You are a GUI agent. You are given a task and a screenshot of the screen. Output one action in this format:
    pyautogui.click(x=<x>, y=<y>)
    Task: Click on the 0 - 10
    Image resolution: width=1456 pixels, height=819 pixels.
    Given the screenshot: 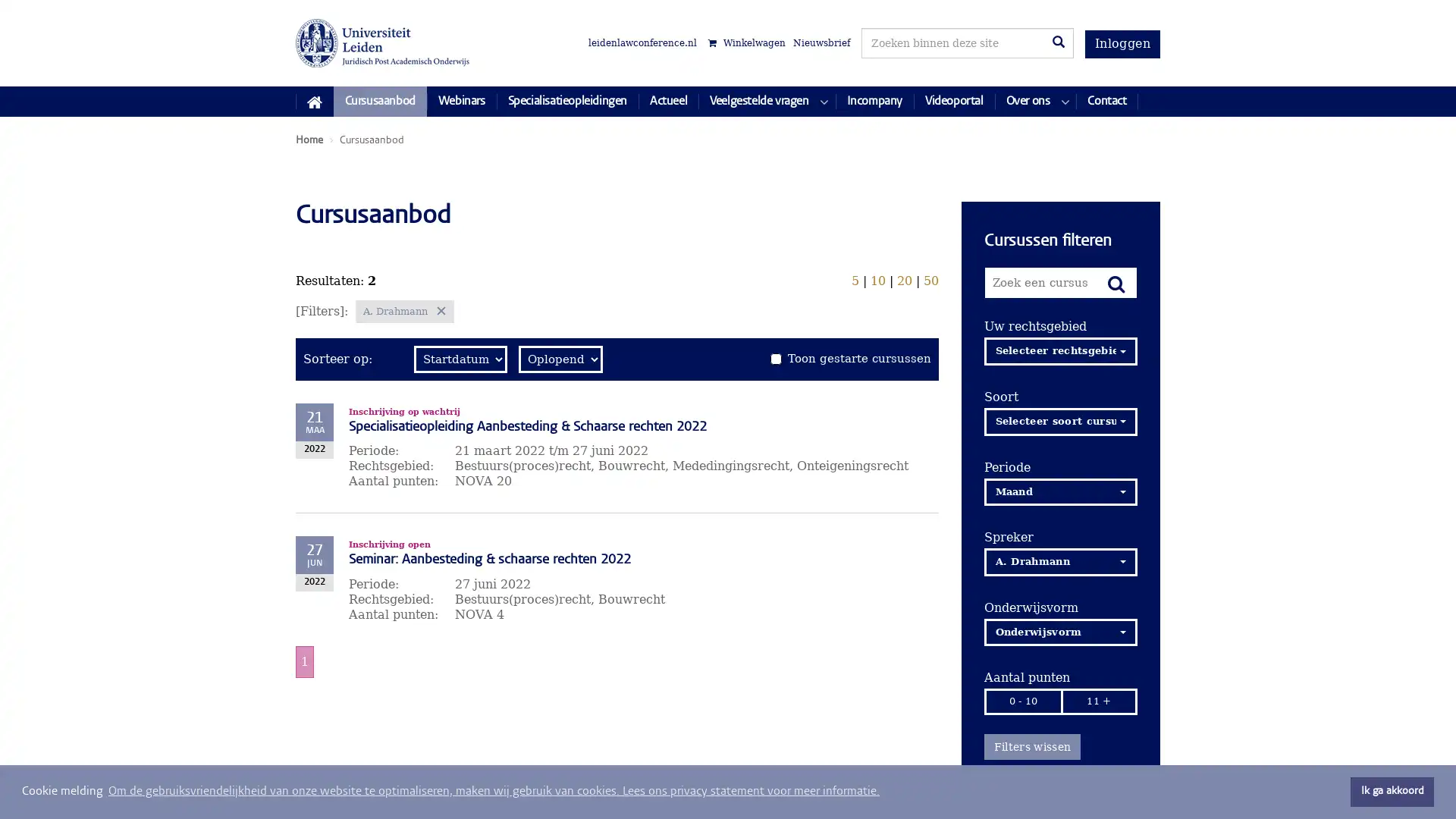 What is the action you would take?
    pyautogui.click(x=1022, y=701)
    